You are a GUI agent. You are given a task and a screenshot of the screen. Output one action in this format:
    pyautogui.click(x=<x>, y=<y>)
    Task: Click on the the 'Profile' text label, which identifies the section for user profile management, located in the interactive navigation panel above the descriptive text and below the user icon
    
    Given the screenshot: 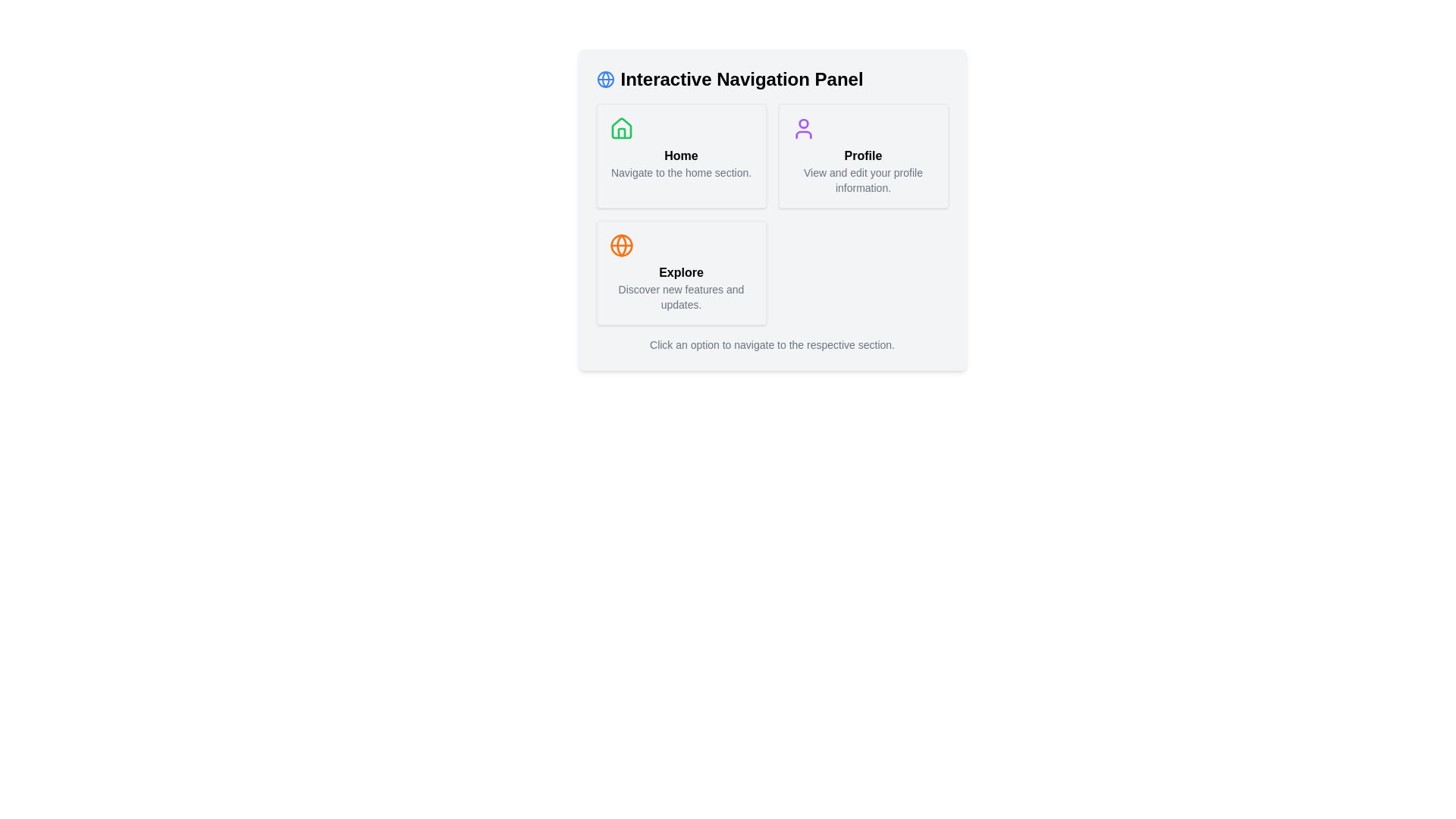 What is the action you would take?
    pyautogui.click(x=863, y=155)
    